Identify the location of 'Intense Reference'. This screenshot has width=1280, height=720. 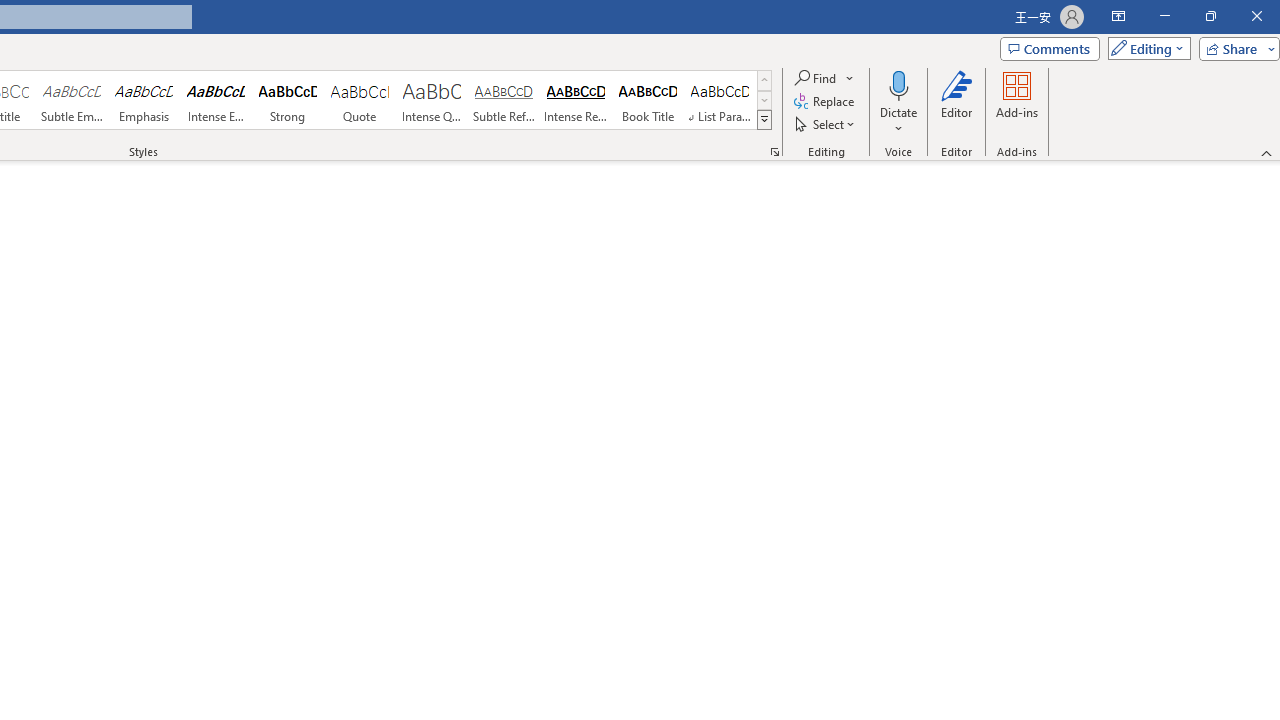
(575, 100).